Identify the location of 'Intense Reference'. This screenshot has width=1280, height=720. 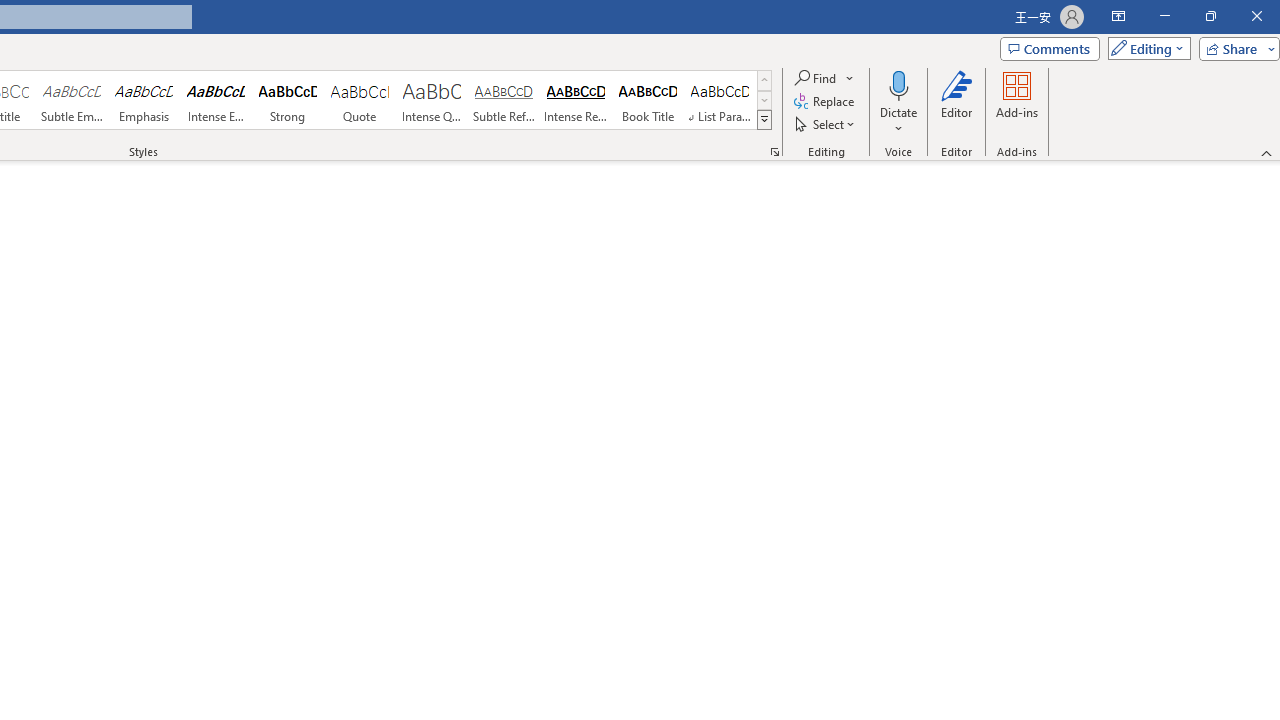
(575, 100).